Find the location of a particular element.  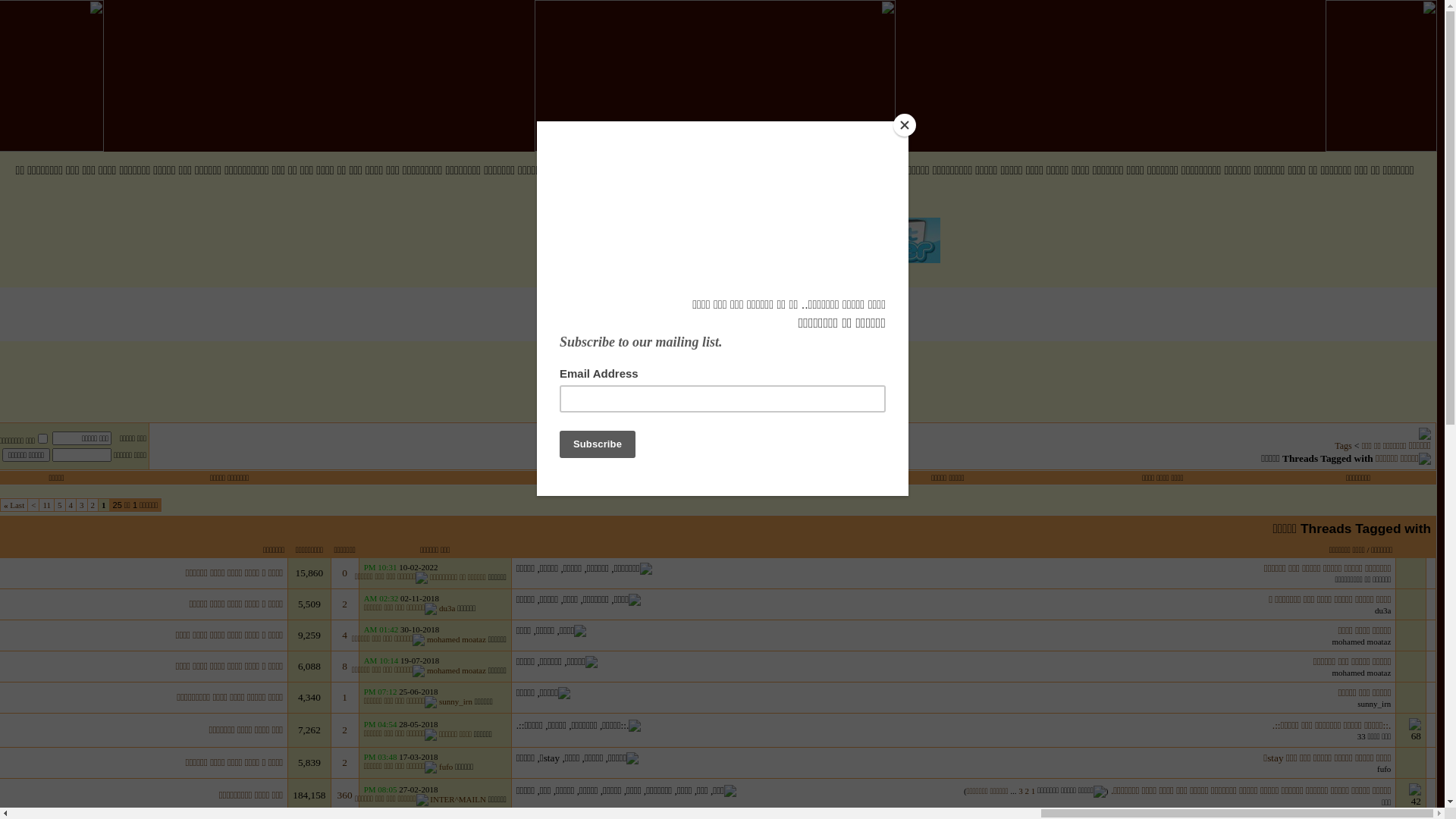

'11' is located at coordinates (42, 505).